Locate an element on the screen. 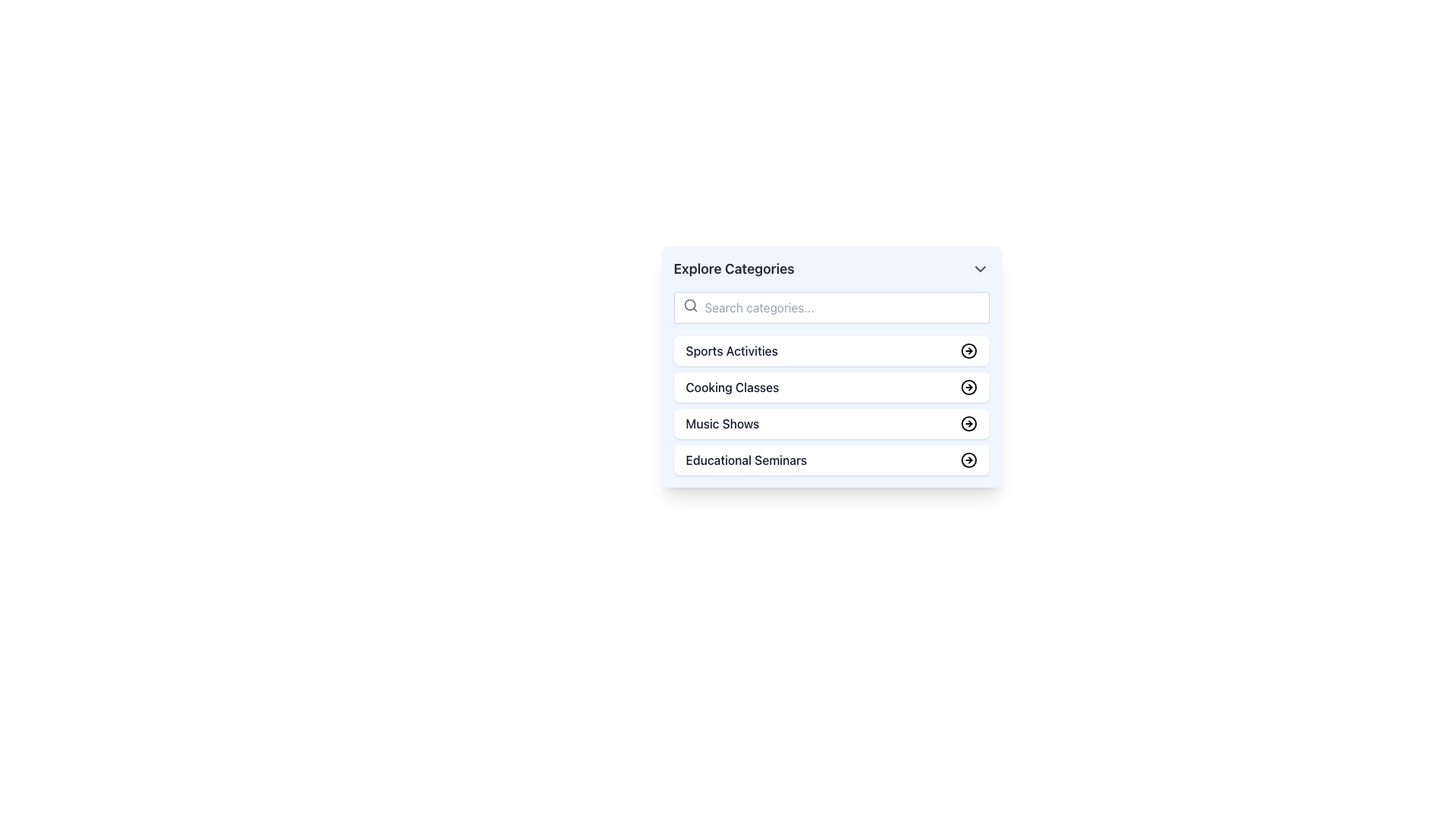  the light blue circular arrow icon is located at coordinates (968, 424).